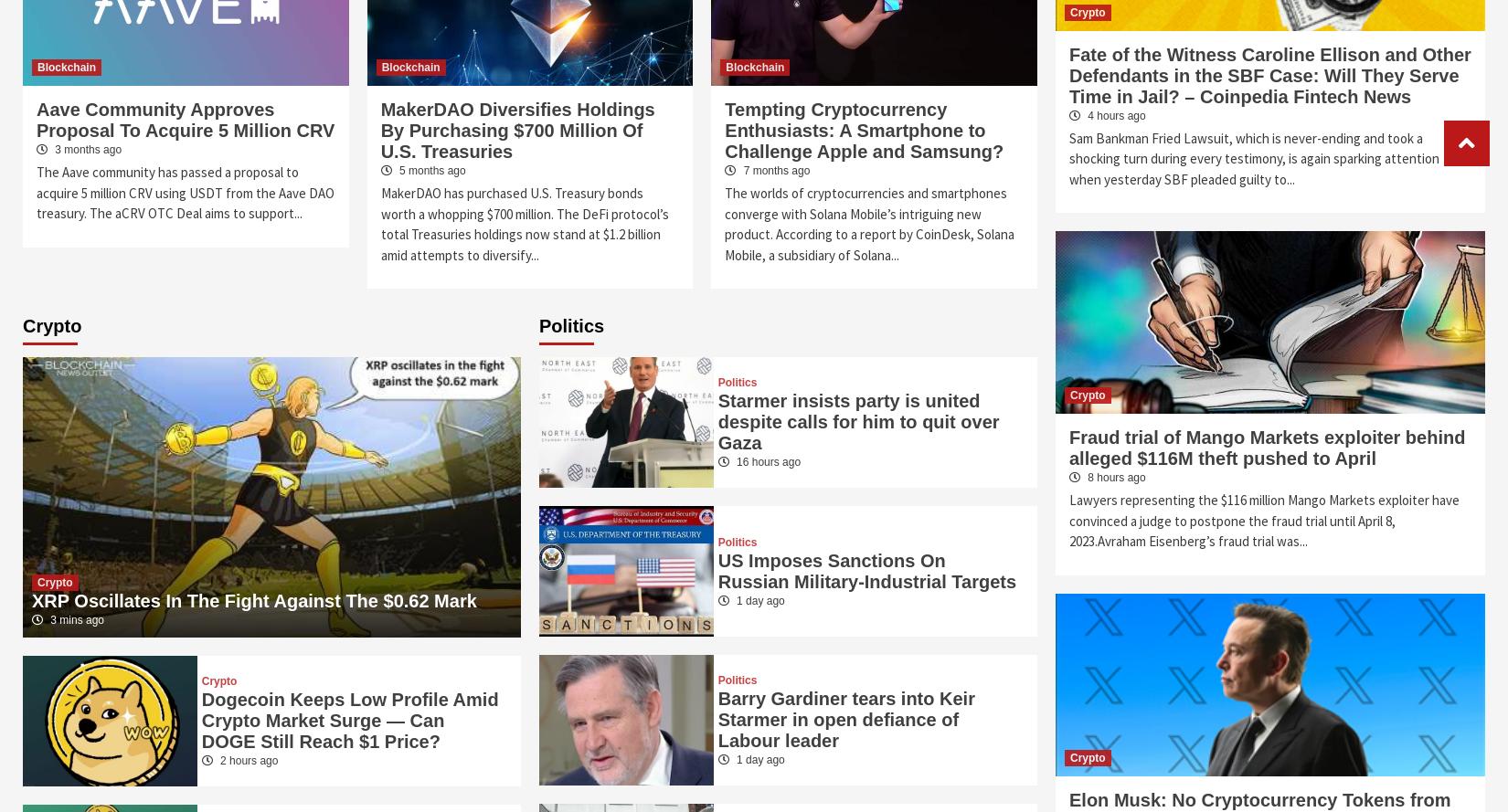 This screenshot has width=1508, height=812. What do you see at coordinates (1269, 73) in the screenshot?
I see `'Fate of the Witness Caroline Ellison and Other Defendants in the SBF Case: Will They Serve Time in Jail? – Coinpedia Fintech News'` at bounding box center [1269, 73].